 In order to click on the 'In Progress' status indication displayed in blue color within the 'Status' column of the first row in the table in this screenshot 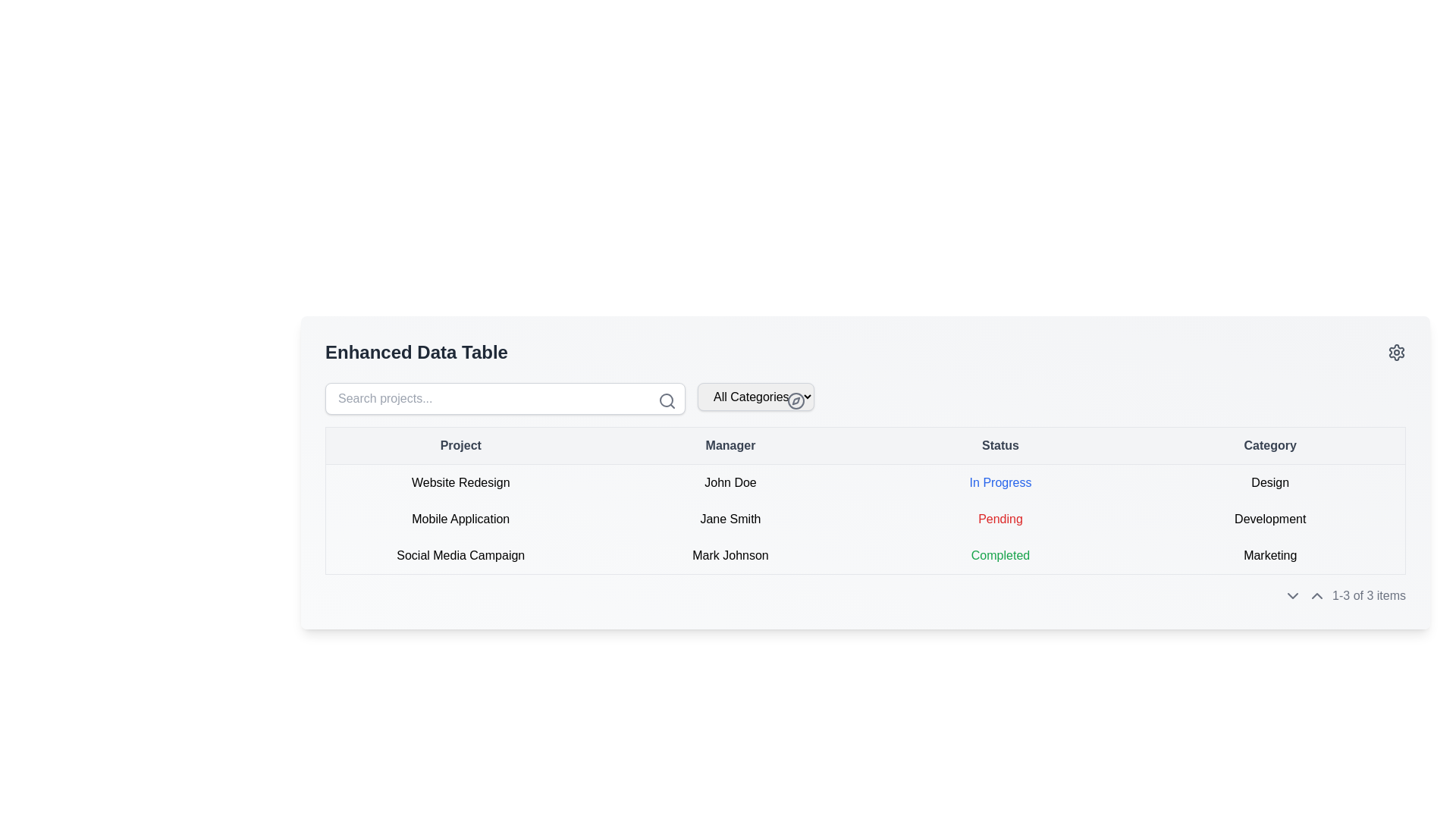, I will do `click(1000, 482)`.